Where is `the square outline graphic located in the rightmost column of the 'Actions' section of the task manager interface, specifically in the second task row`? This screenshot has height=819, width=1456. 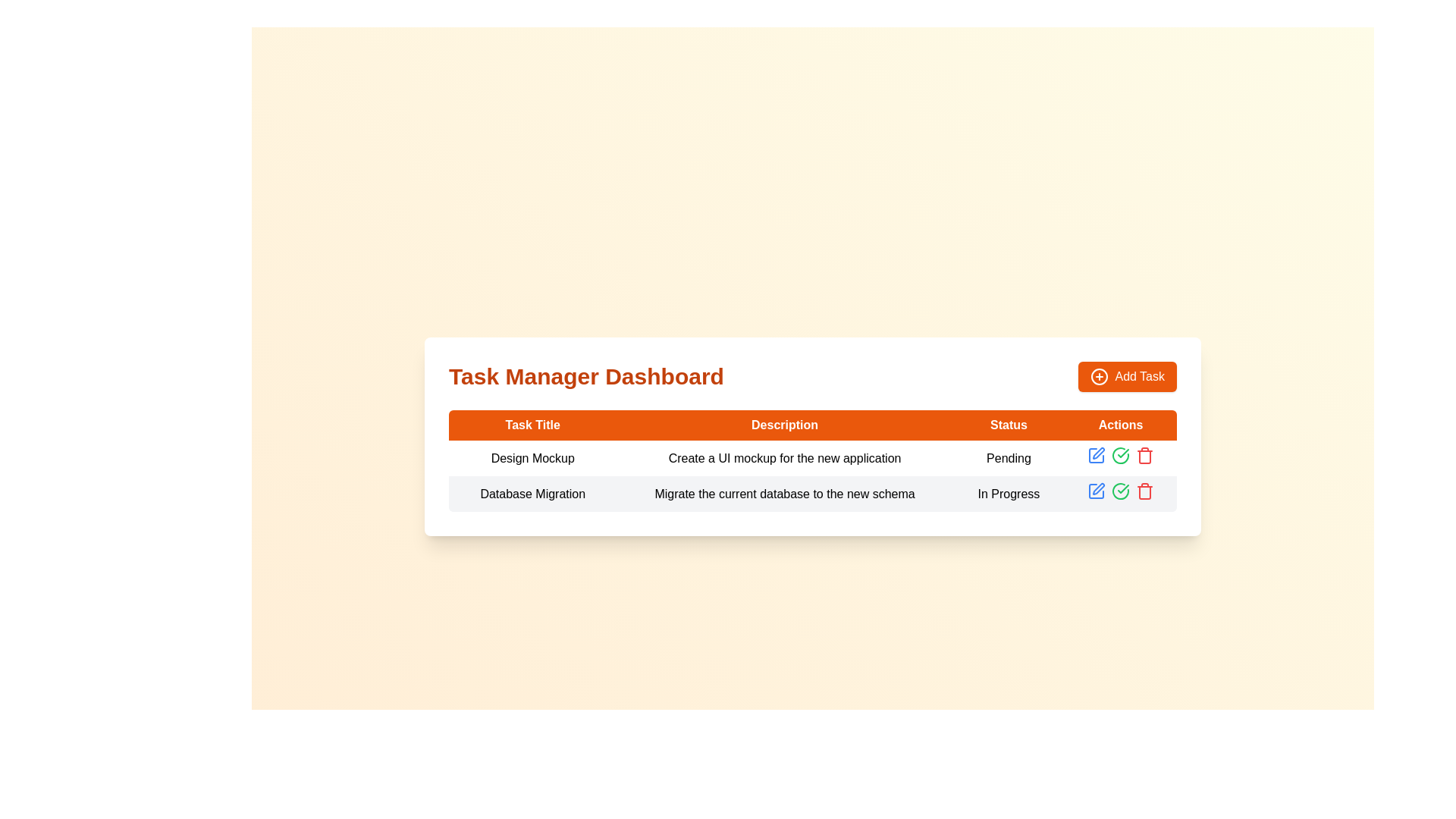 the square outline graphic located in the rightmost column of the 'Actions' section of the task manager interface, specifically in the second task row is located at coordinates (1097, 491).